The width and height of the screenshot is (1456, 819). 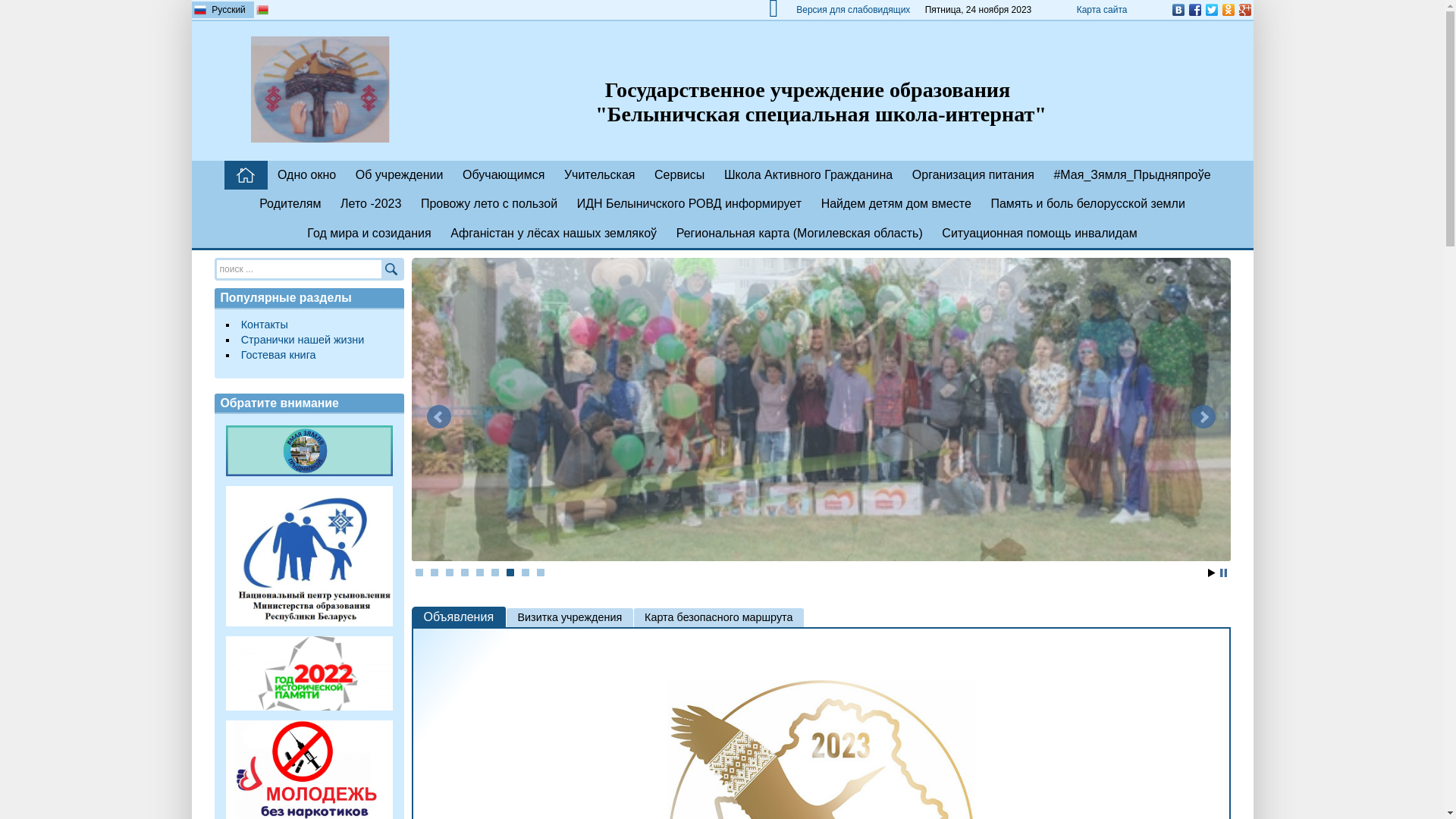 What do you see at coordinates (1222, 573) in the screenshot?
I see `'Stop'` at bounding box center [1222, 573].